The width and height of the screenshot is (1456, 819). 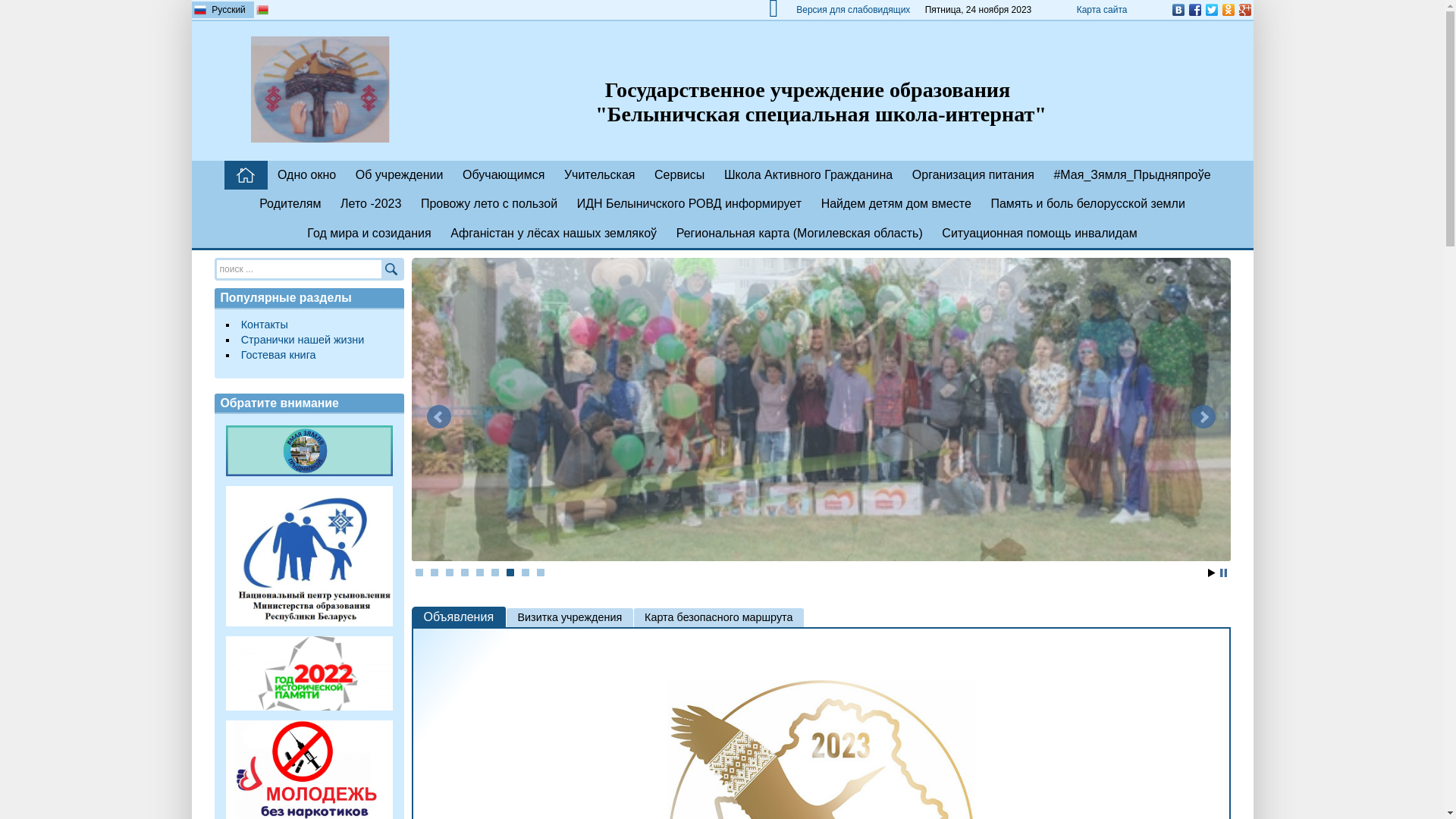 What do you see at coordinates (1222, 573) in the screenshot?
I see `'Stop'` at bounding box center [1222, 573].